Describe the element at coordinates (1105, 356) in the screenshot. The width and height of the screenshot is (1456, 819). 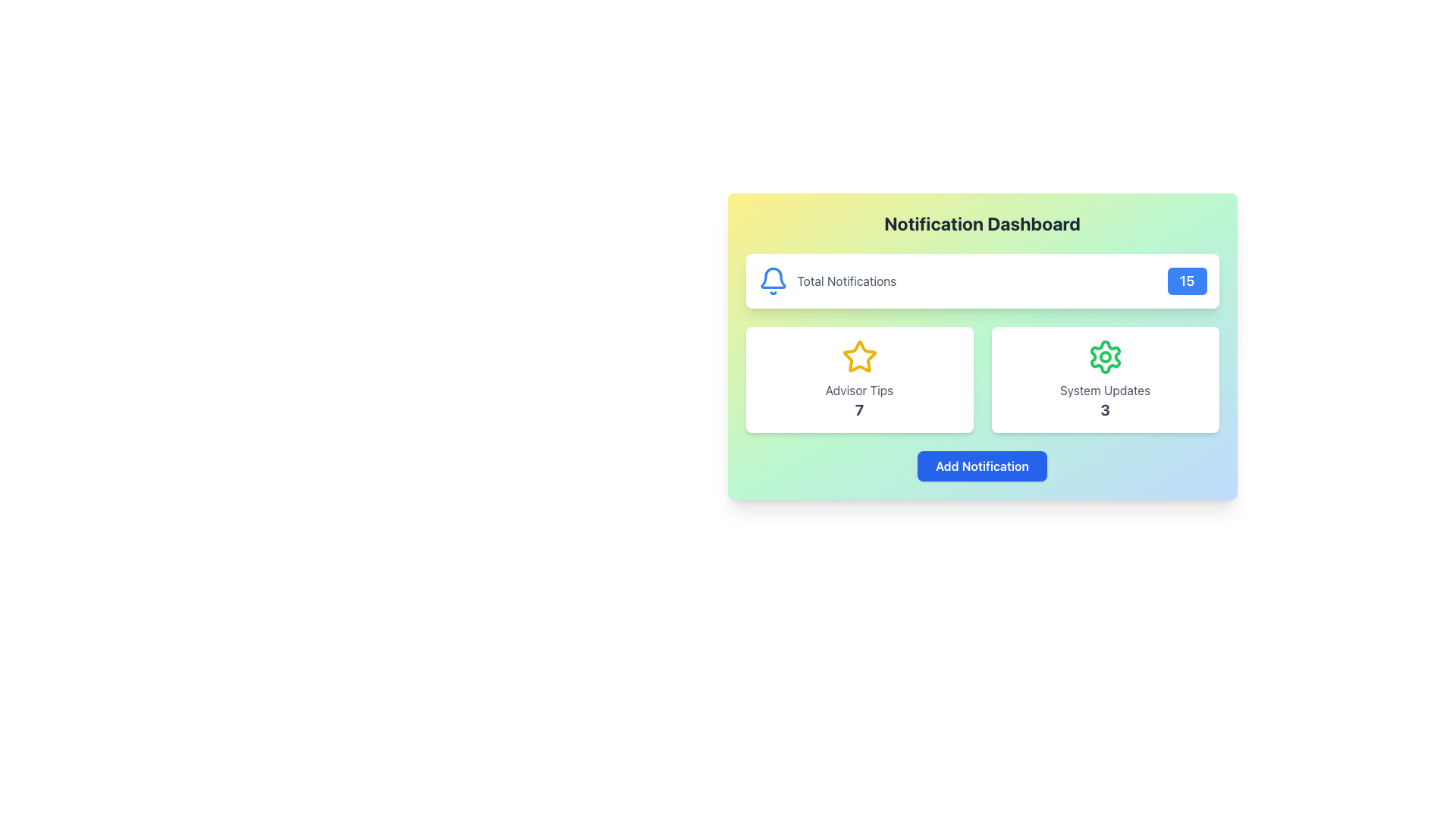
I see `the green gear icon in the 'System Updates' section of the notification dashboard interface, located above the label 'System Updates' and to the right of the number '3'` at that location.